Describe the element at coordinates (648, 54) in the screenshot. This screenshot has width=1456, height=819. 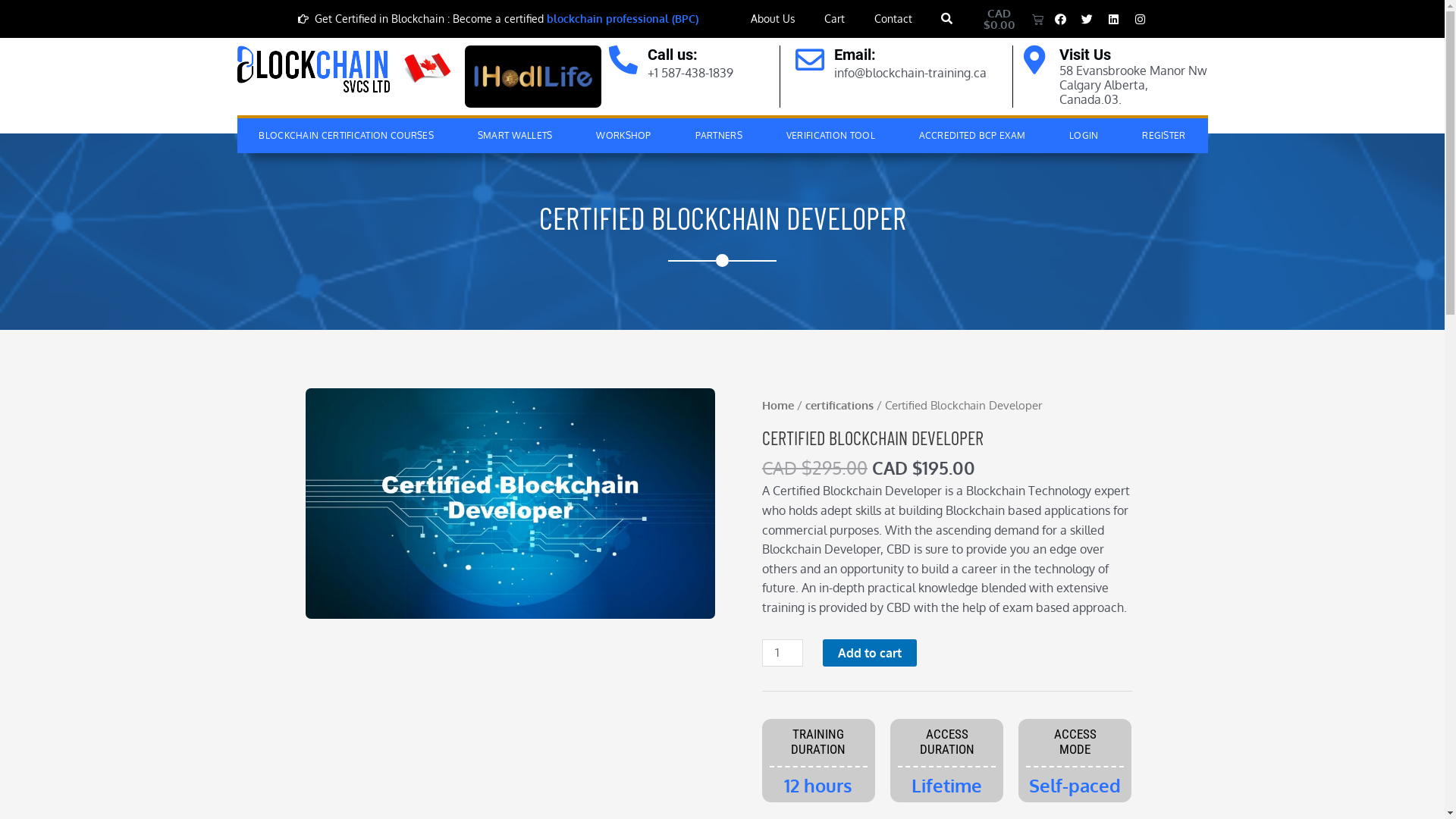
I see `'Call us:'` at that location.